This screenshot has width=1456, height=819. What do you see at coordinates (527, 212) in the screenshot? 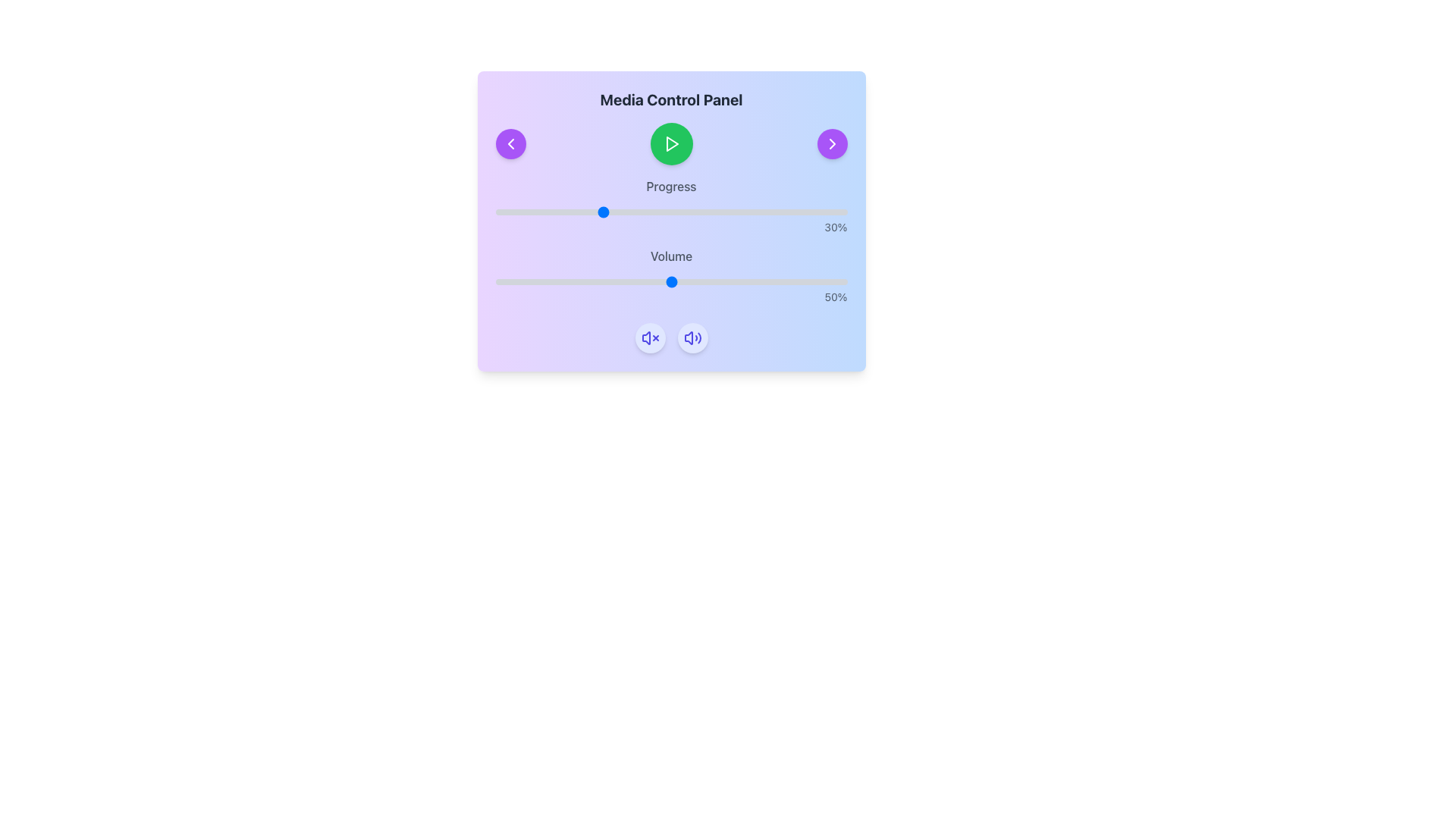
I see `progress` at bounding box center [527, 212].